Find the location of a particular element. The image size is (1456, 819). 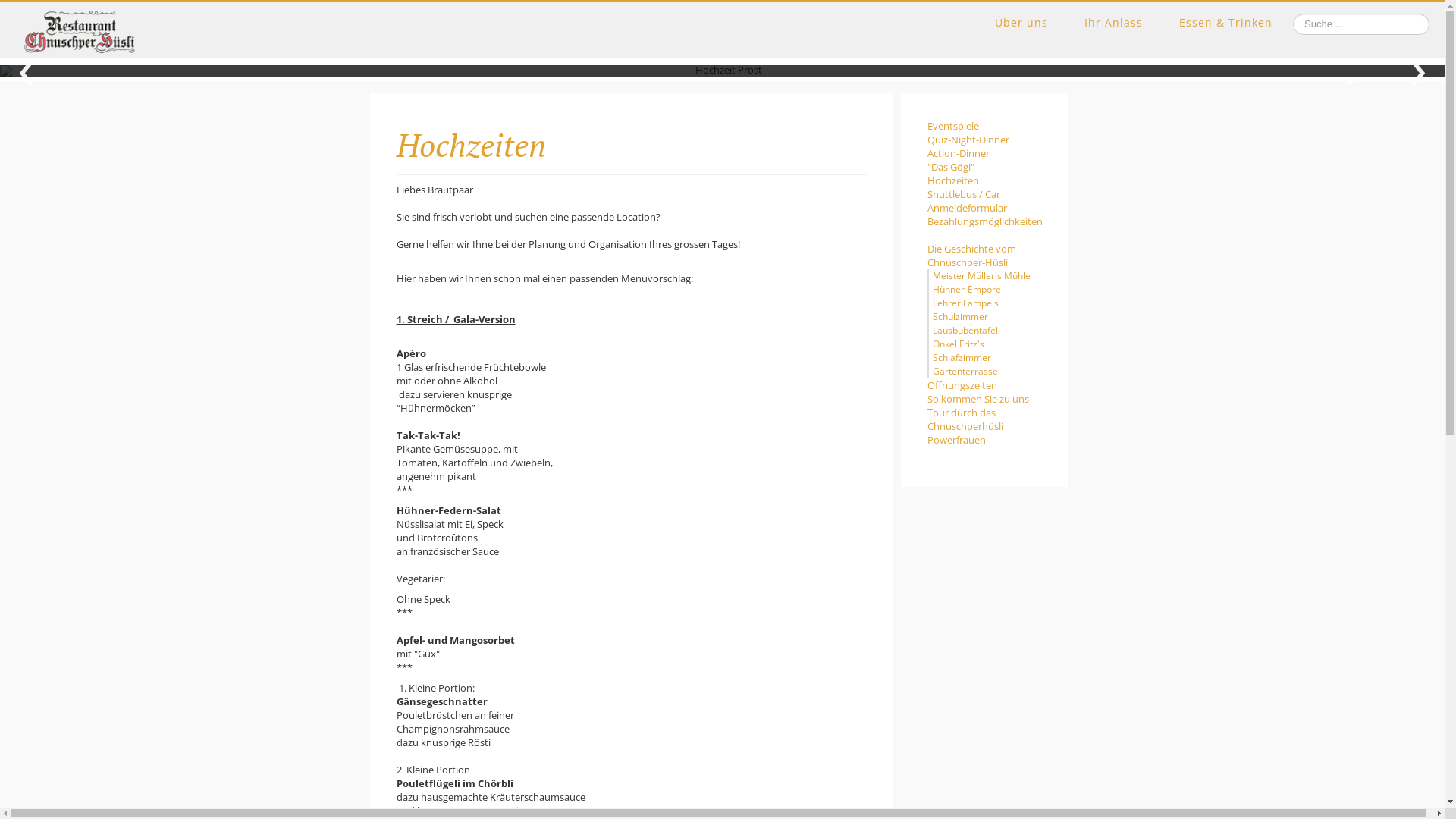

'Shuttlebus / Car' is located at coordinates (926, 193).